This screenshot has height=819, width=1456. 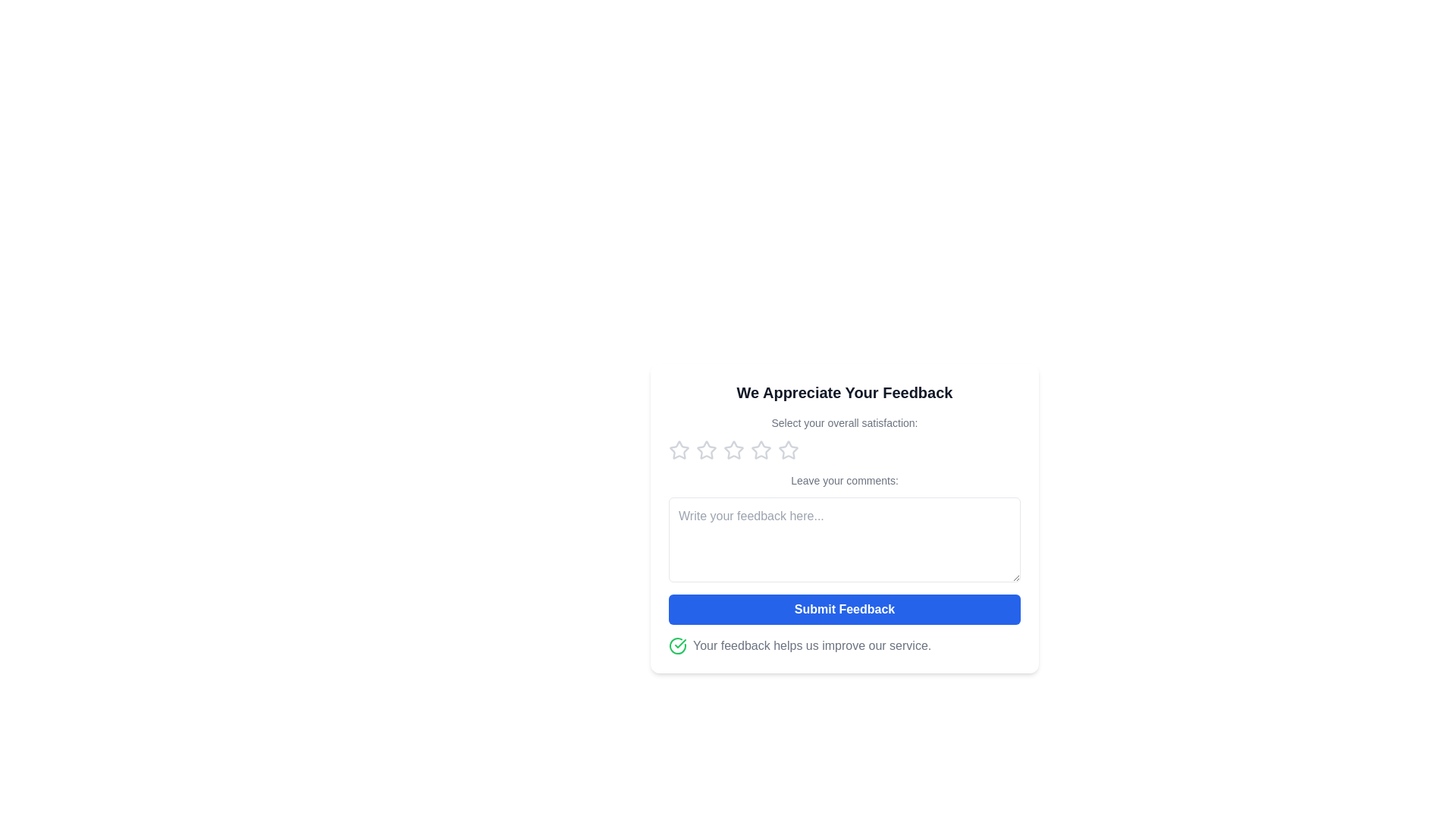 What do you see at coordinates (761, 449) in the screenshot?
I see `the third star-shaped icon in the feedback form` at bounding box center [761, 449].